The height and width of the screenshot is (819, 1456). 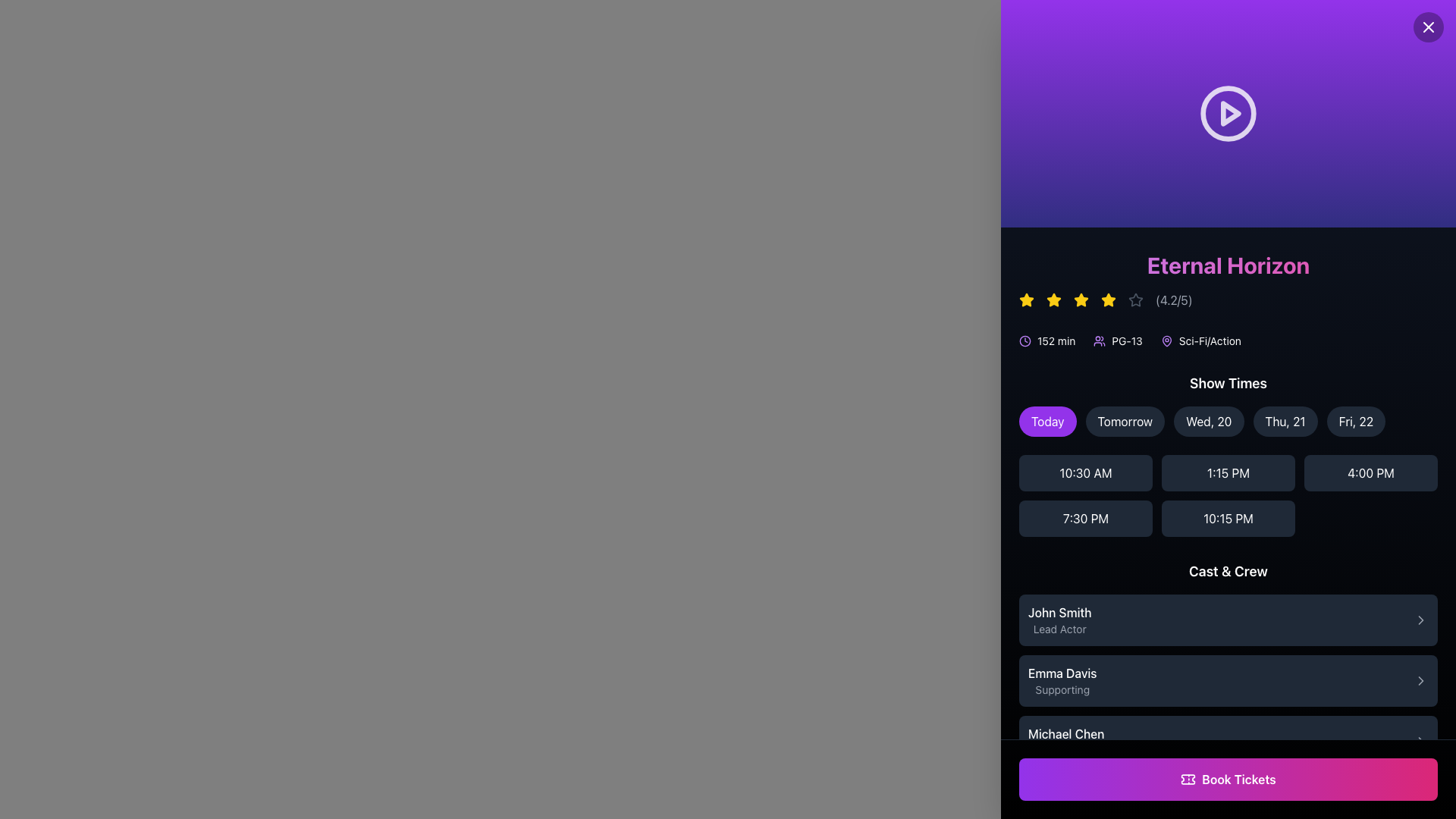 I want to click on the time selection button for '1:15 PM' located in the 'Show Times' section, so click(x=1228, y=454).